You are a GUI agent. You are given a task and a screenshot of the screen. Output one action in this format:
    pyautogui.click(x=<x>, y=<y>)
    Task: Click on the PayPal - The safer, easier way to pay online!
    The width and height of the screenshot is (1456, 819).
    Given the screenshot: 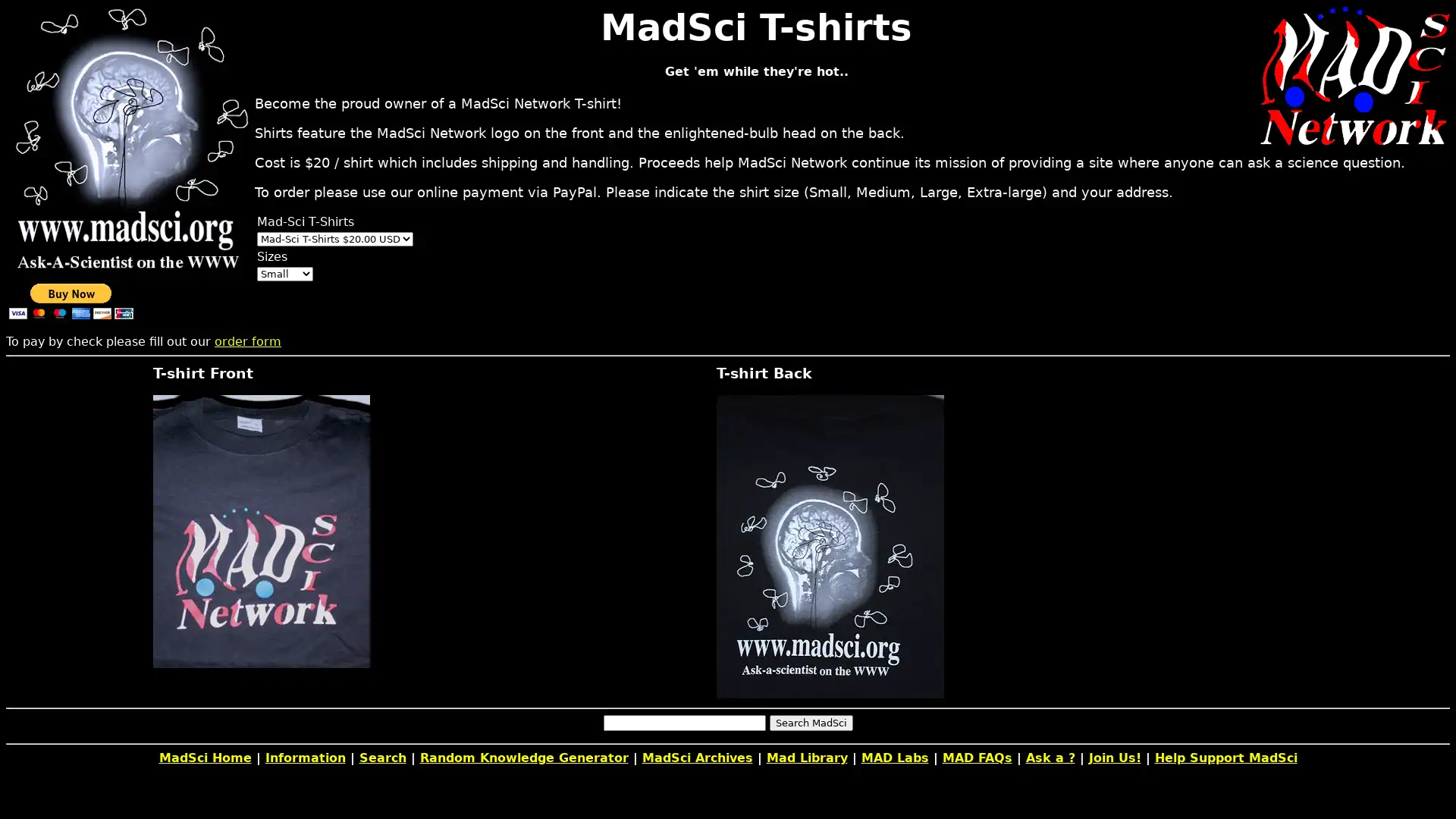 What is the action you would take?
    pyautogui.click(x=70, y=300)
    